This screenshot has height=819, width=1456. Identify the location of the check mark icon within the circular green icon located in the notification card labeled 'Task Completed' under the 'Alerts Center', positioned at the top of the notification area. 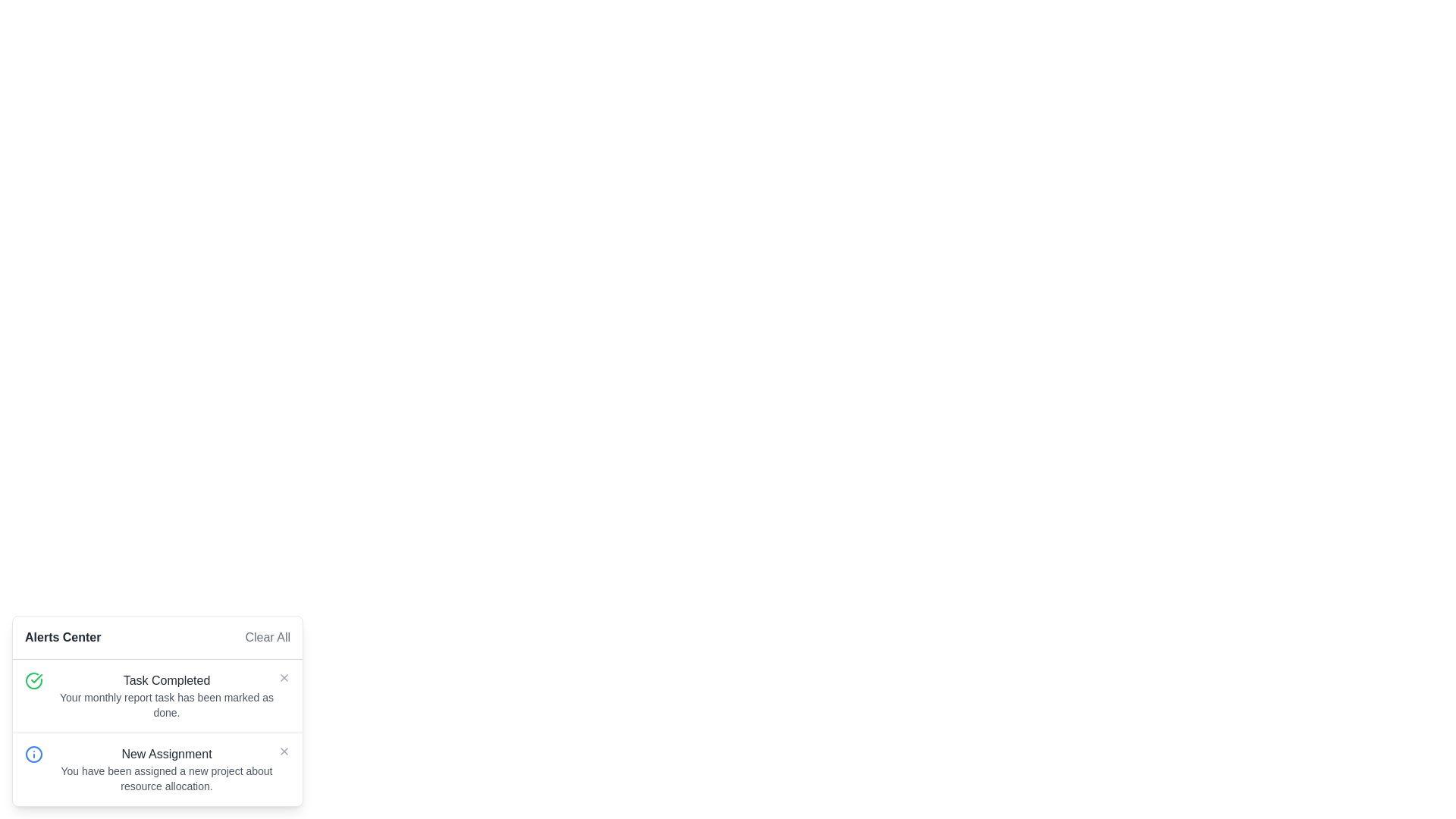
(36, 677).